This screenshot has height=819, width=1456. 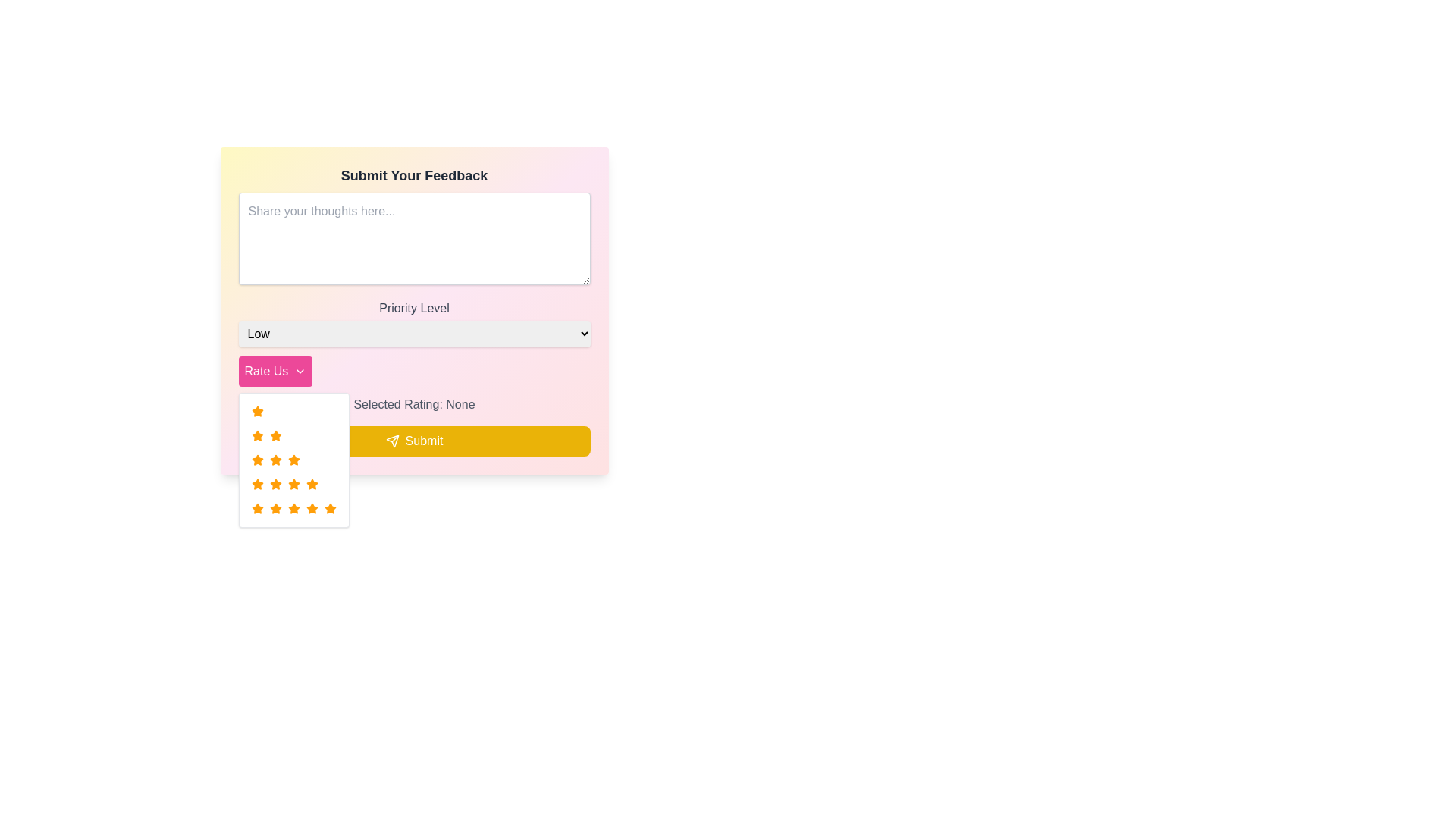 I want to click on the orange-colored filled star icon, which is the fifth star in the dropdown rating list below the 'Rate Us' button, so click(x=311, y=508).